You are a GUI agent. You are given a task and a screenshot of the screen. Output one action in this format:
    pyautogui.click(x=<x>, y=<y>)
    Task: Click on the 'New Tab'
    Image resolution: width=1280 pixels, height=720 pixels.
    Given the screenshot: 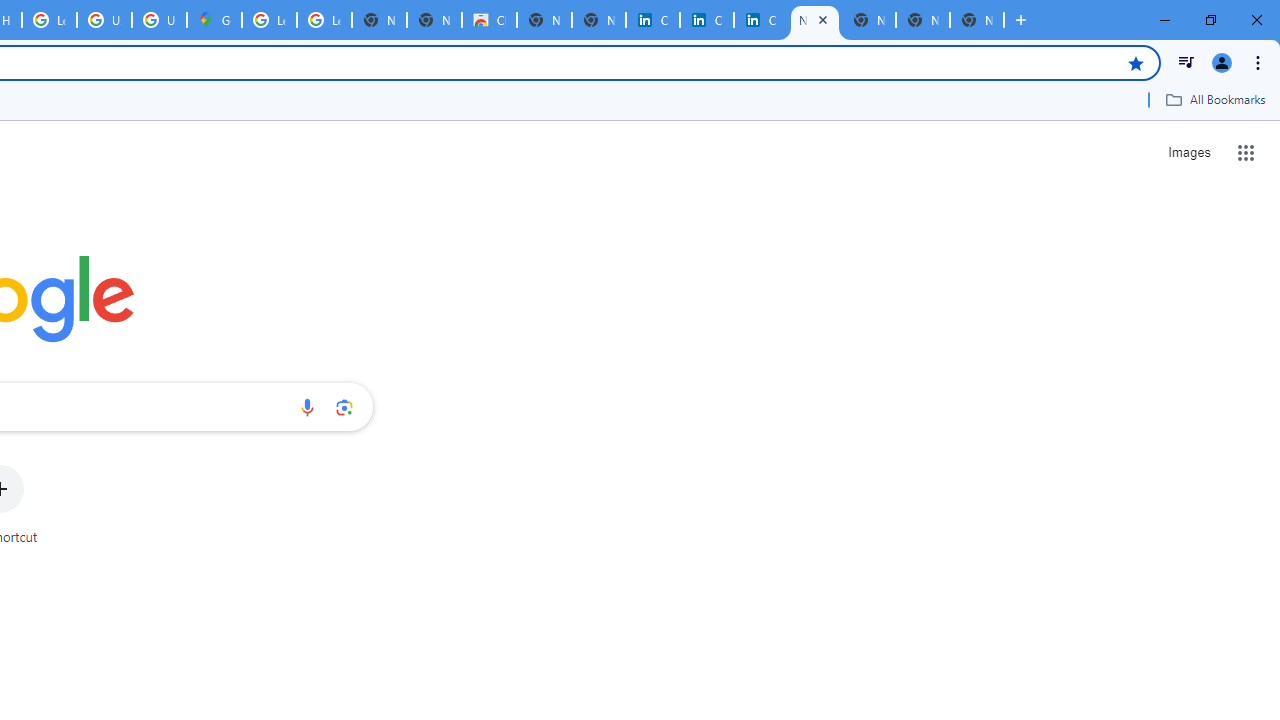 What is the action you would take?
    pyautogui.click(x=976, y=20)
    